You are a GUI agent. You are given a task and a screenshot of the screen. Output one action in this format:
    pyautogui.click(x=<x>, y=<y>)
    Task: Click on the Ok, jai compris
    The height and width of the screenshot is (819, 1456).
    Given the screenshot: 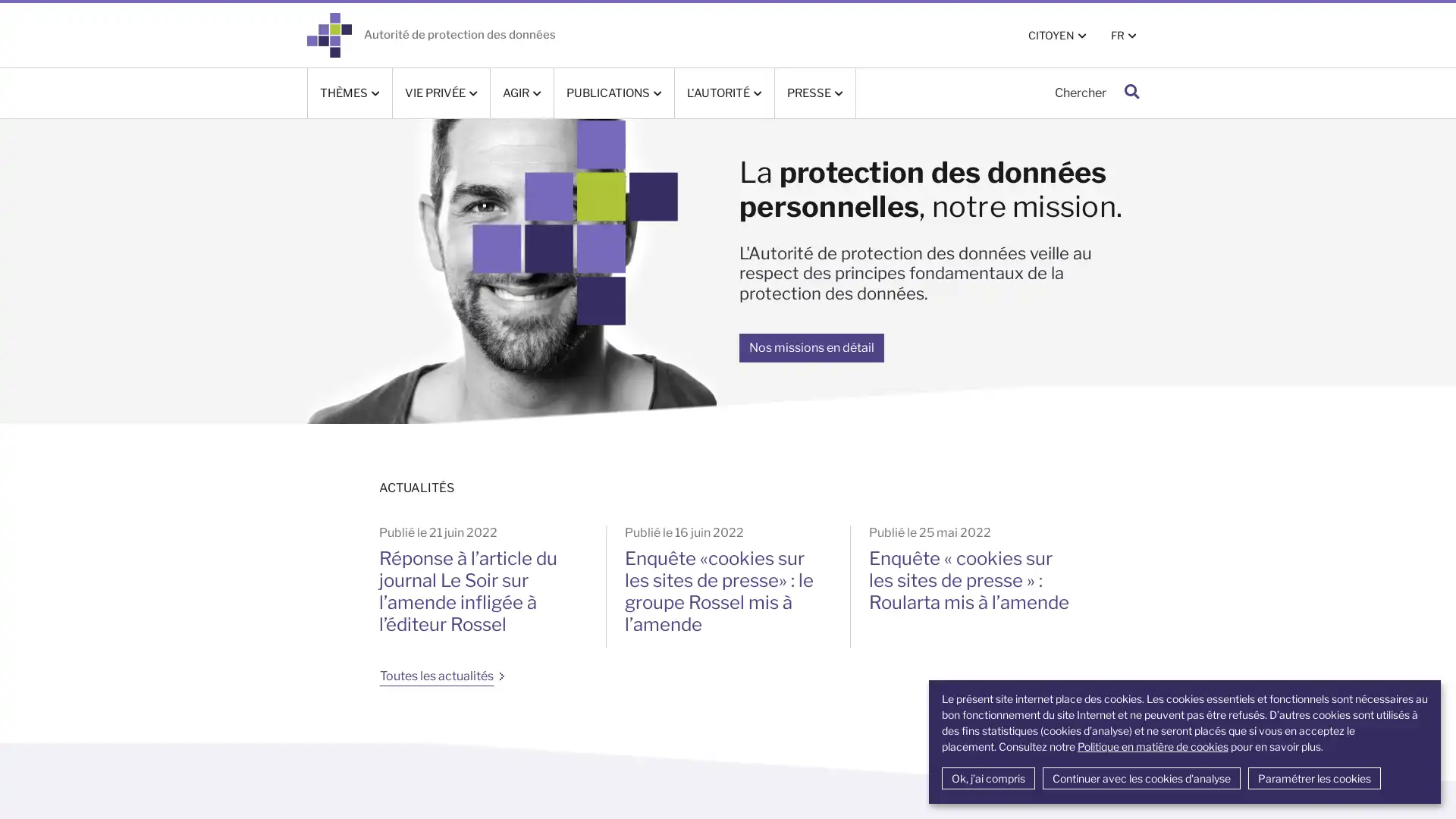 What is the action you would take?
    pyautogui.click(x=987, y=778)
    